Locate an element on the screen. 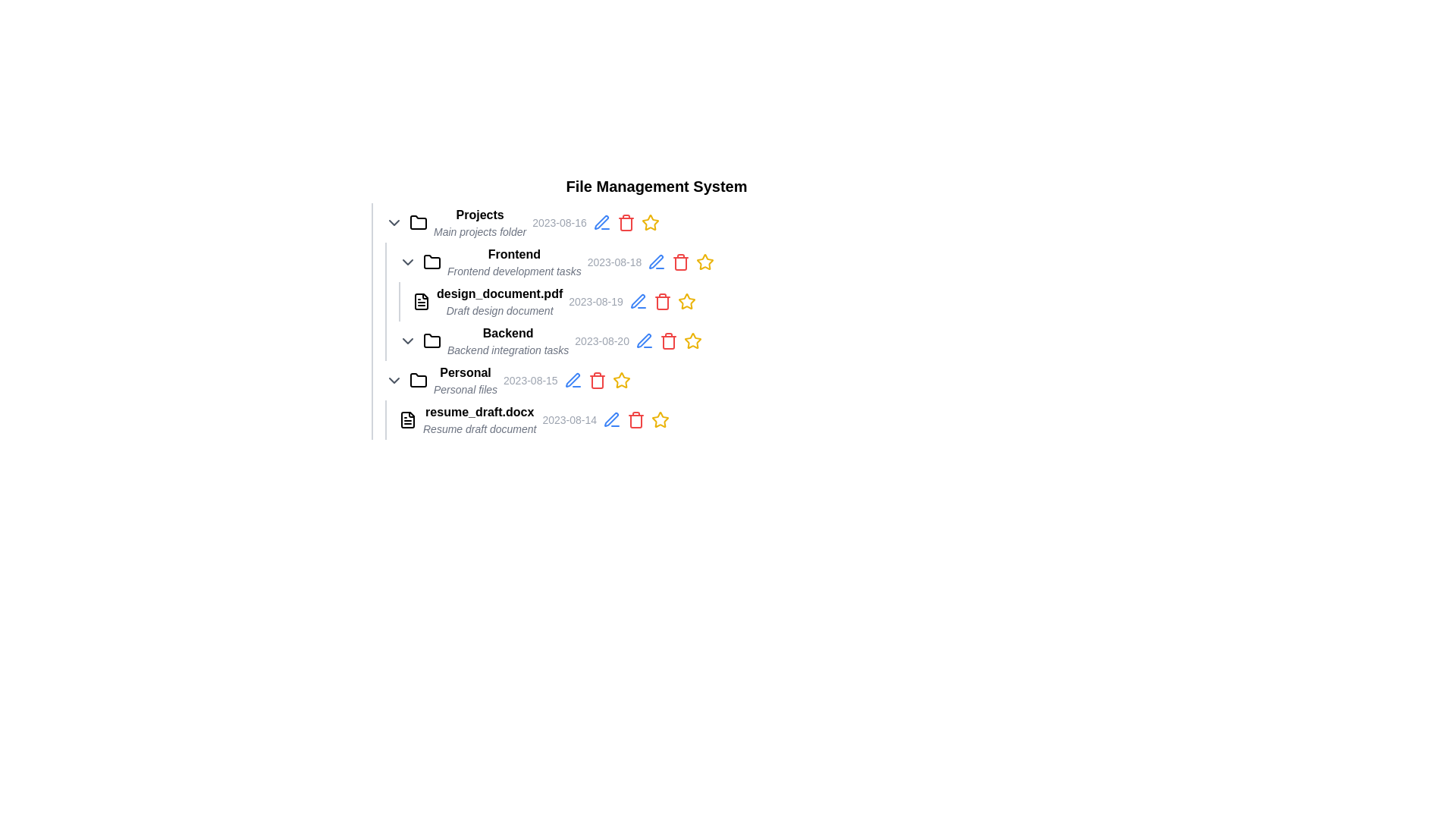 Image resolution: width=1456 pixels, height=819 pixels. the 'design_document.pdf' entry in the file management system is located at coordinates (656, 321).